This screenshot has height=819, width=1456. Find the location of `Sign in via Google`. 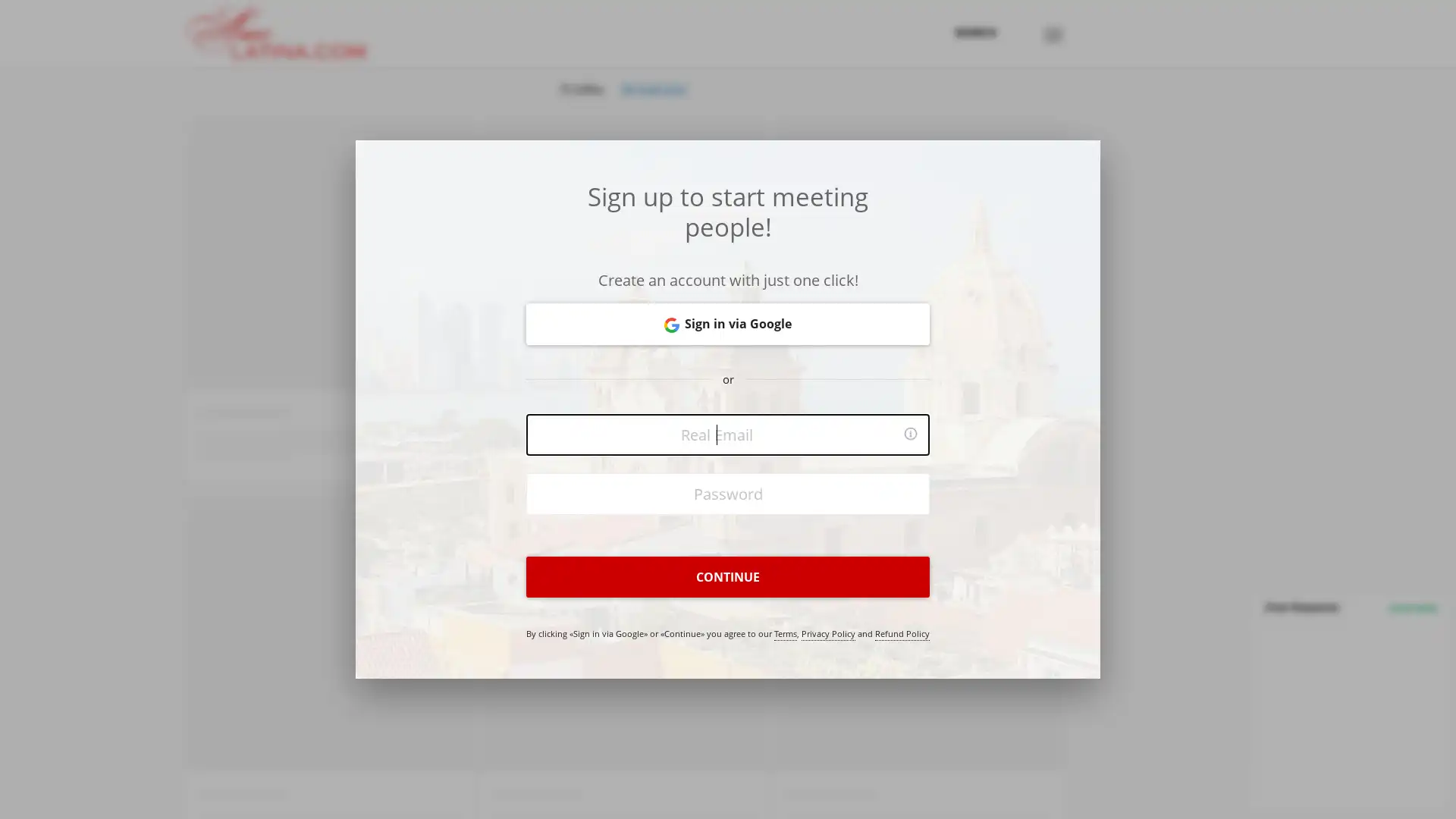

Sign in via Google is located at coordinates (728, 322).